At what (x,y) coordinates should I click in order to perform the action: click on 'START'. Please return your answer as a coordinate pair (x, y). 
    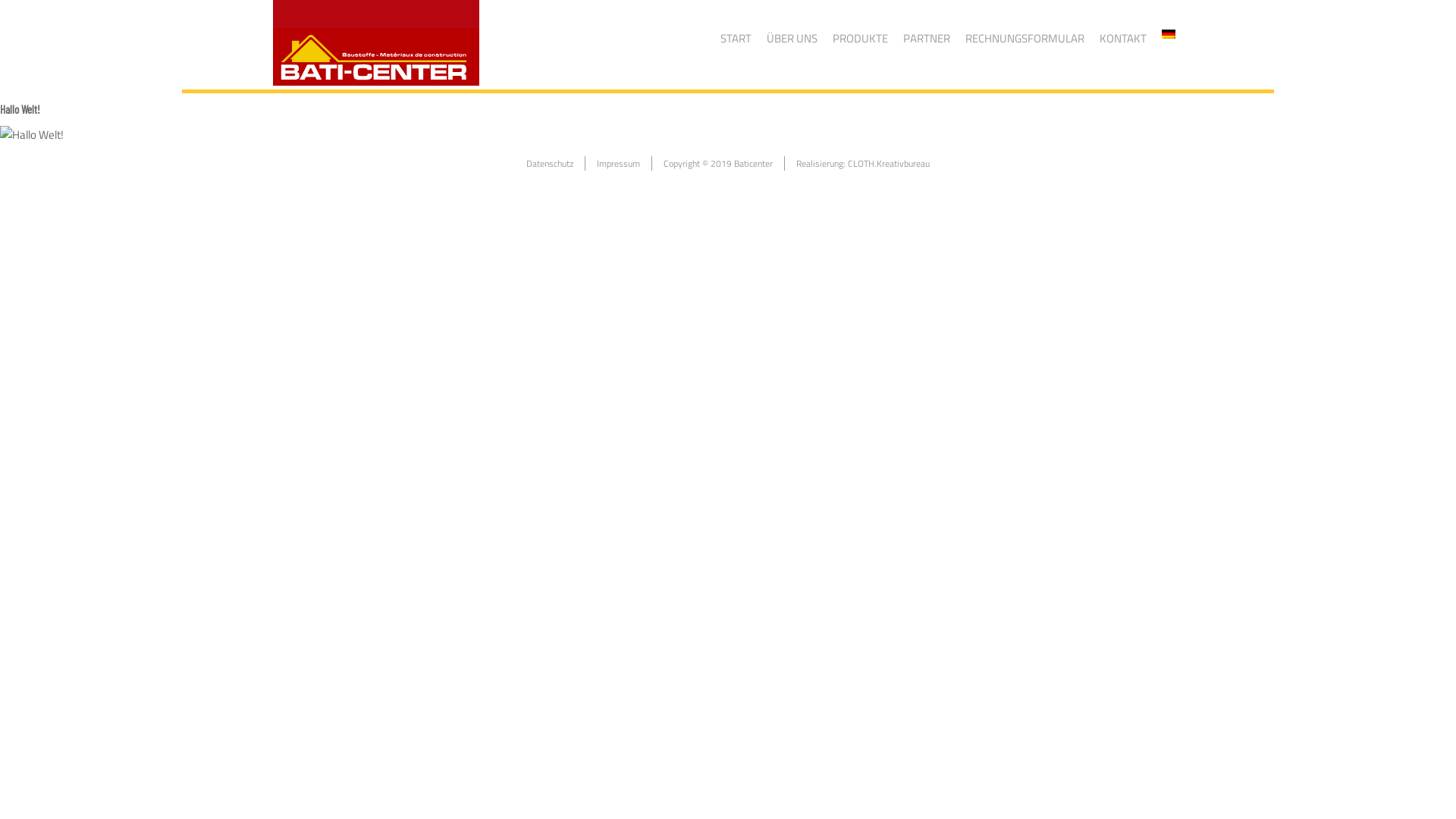
    Looking at the image, I should click on (736, 36).